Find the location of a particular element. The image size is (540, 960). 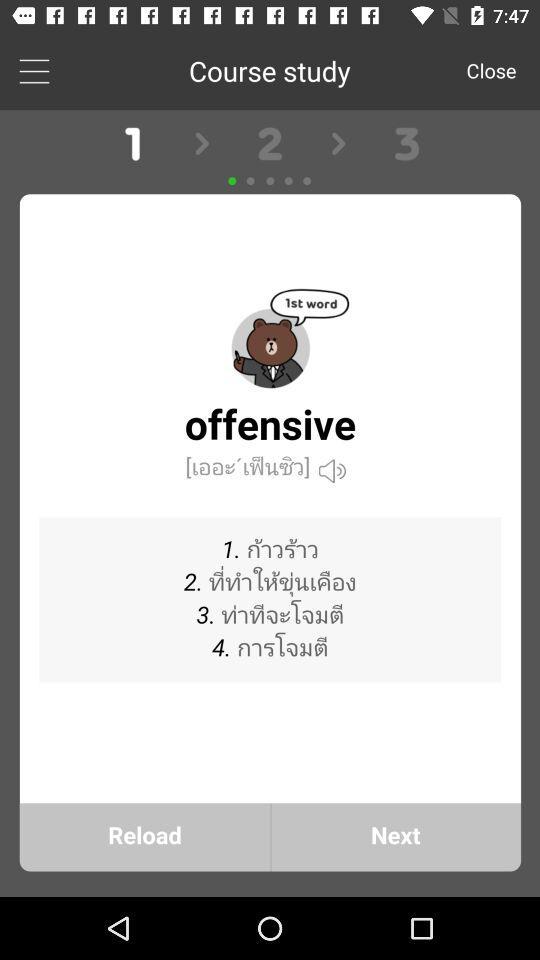

the menu icon is located at coordinates (33, 70).